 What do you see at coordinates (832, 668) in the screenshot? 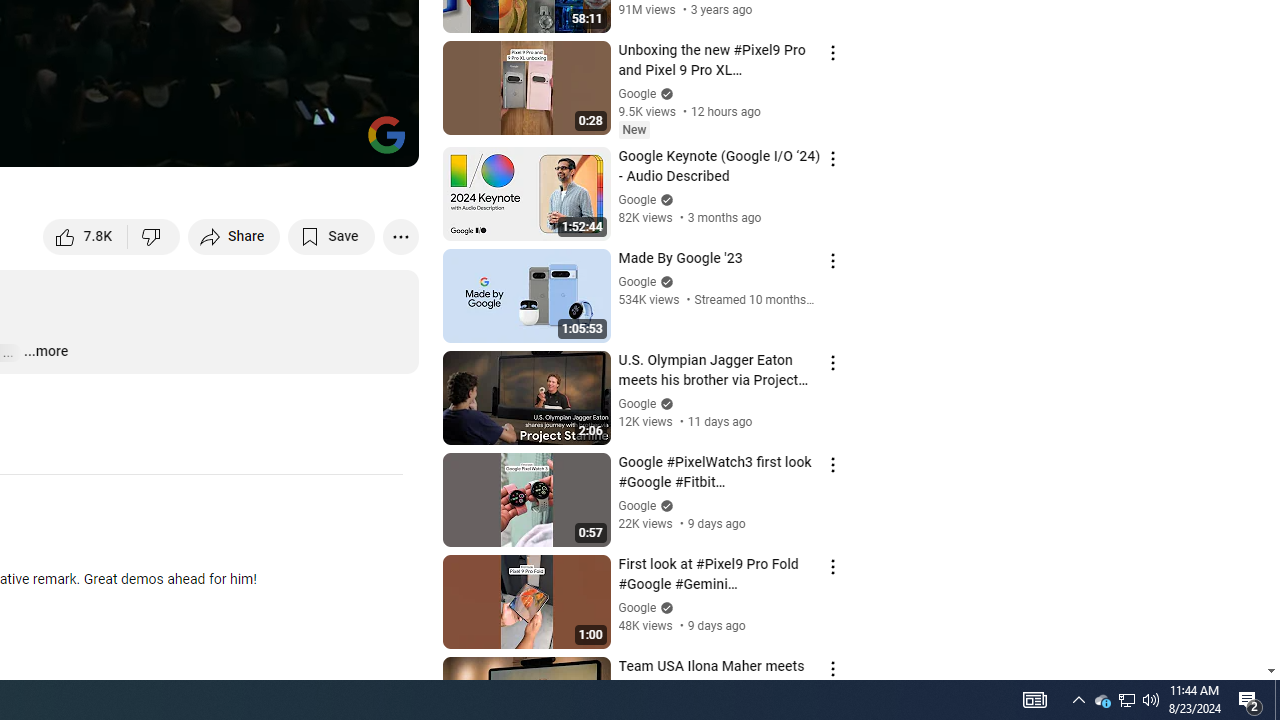
I see `'Action menu'` at bounding box center [832, 668].